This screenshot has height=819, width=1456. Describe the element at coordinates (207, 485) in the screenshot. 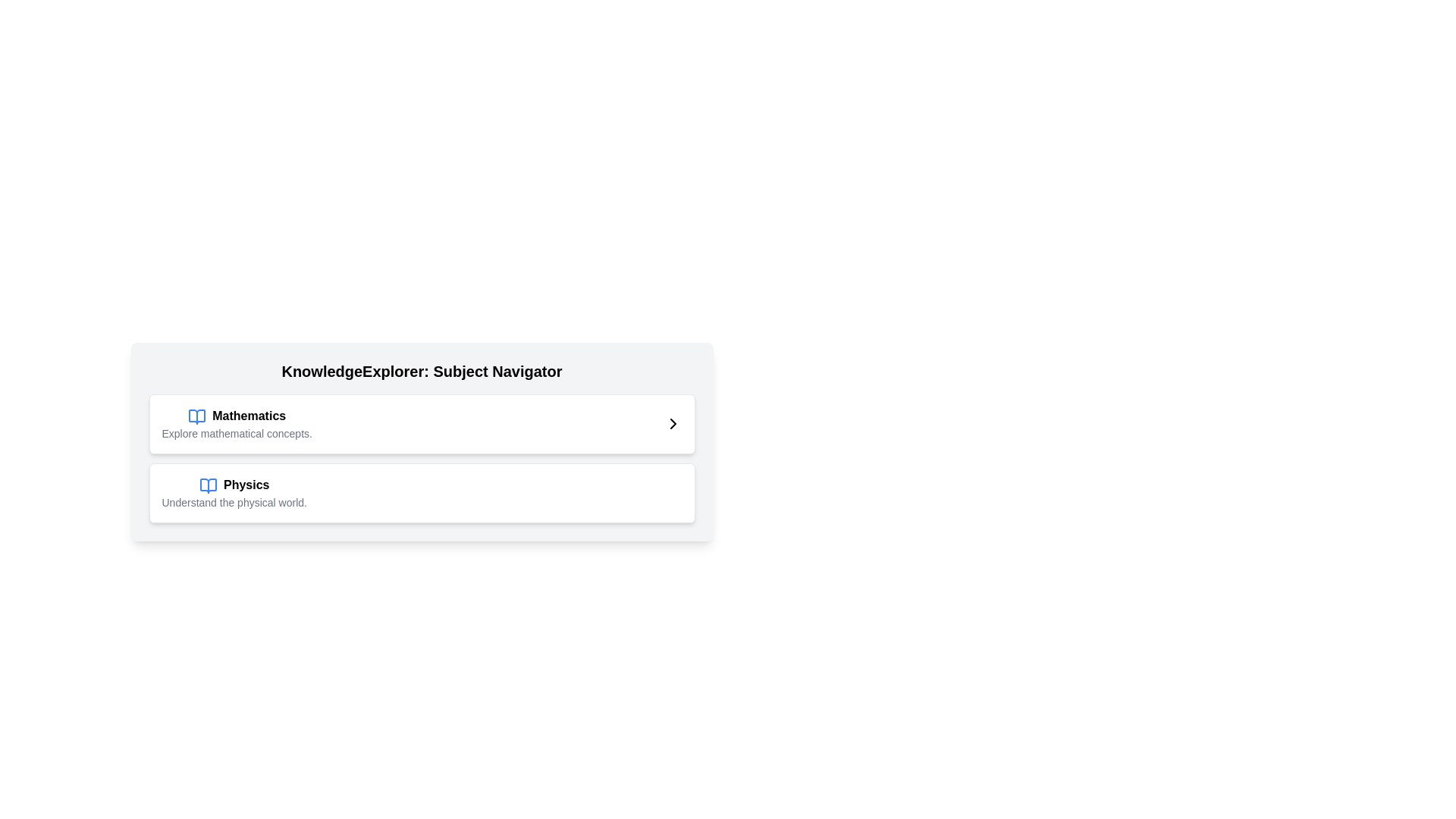

I see `the small blue icon resembling an open book located to the left of the 'Physics' topic in the list` at that location.